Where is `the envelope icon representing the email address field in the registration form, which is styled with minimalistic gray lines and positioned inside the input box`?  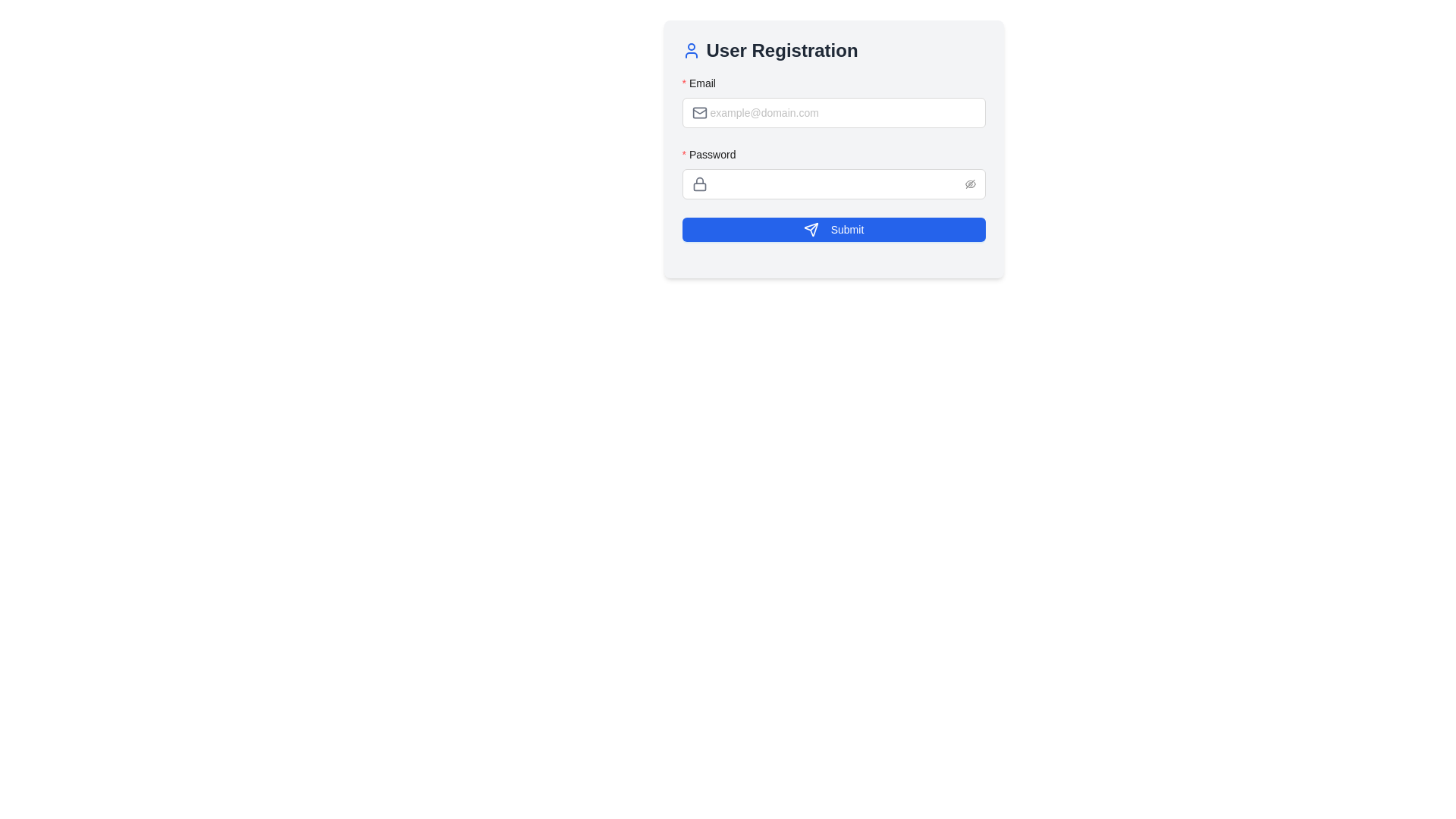
the envelope icon representing the email address field in the registration form, which is styled with minimalistic gray lines and positioned inside the input box is located at coordinates (698, 112).